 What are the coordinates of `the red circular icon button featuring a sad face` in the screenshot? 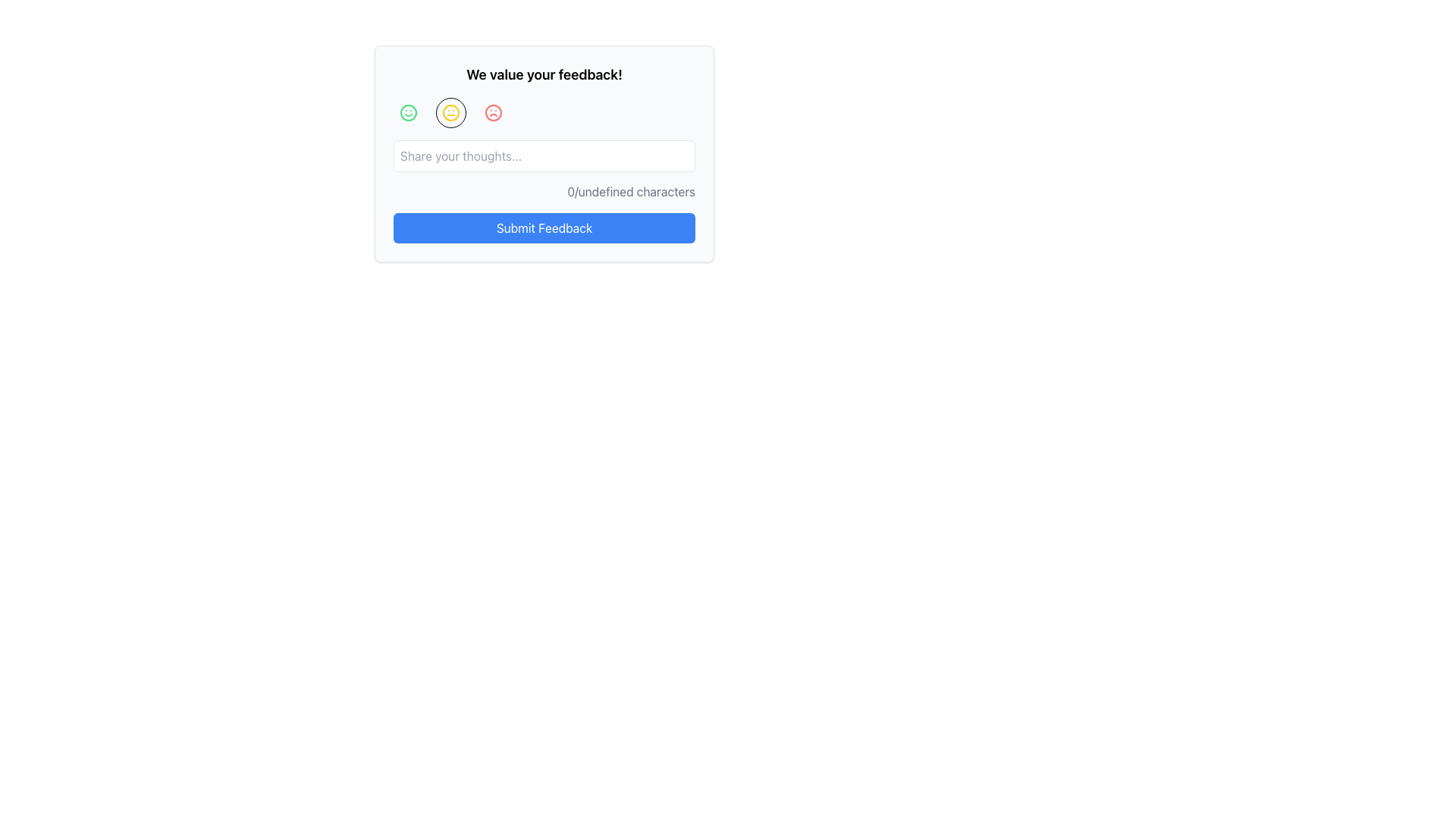 It's located at (494, 112).